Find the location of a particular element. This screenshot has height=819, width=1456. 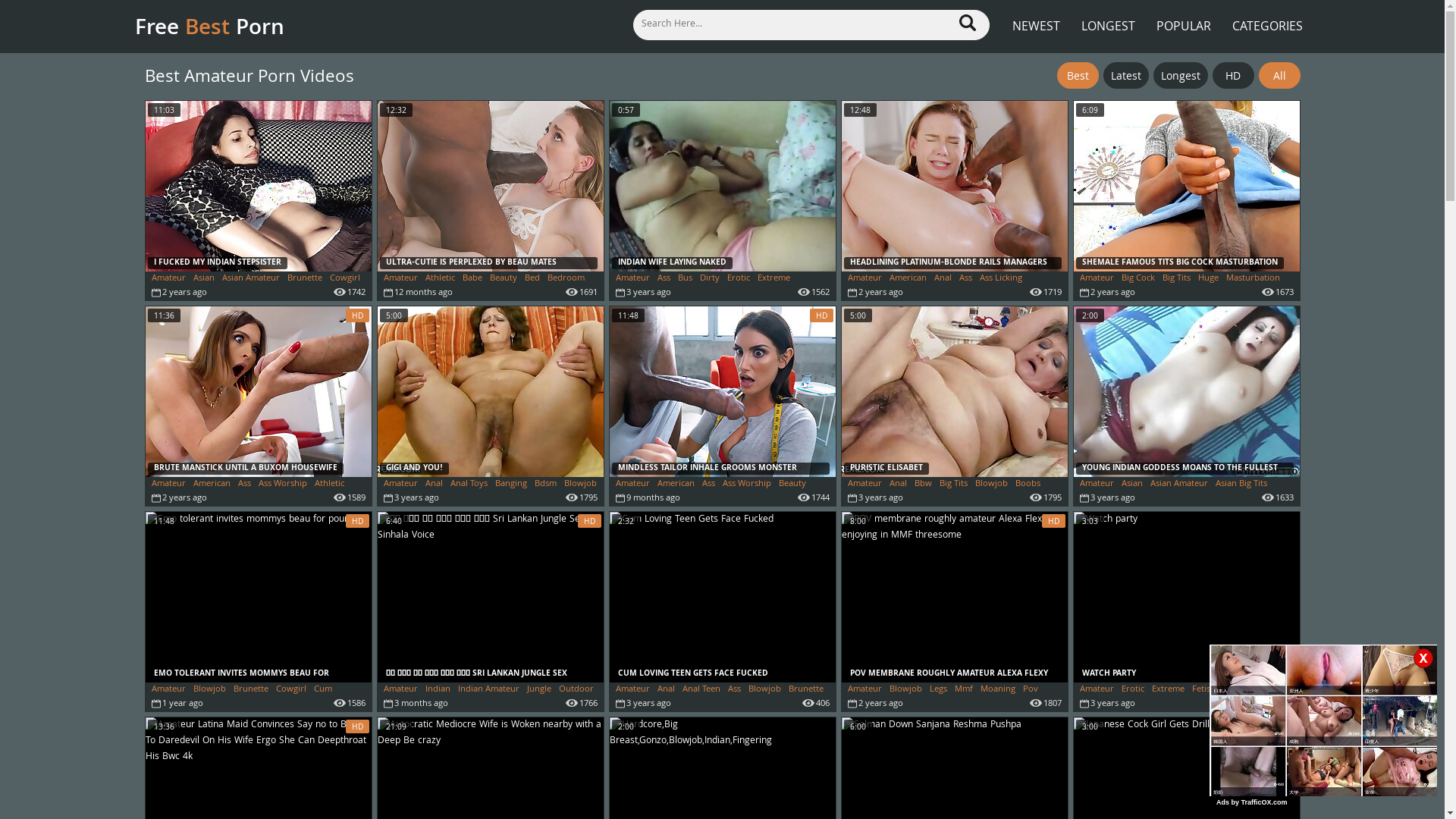

'Dirty' is located at coordinates (708, 278).